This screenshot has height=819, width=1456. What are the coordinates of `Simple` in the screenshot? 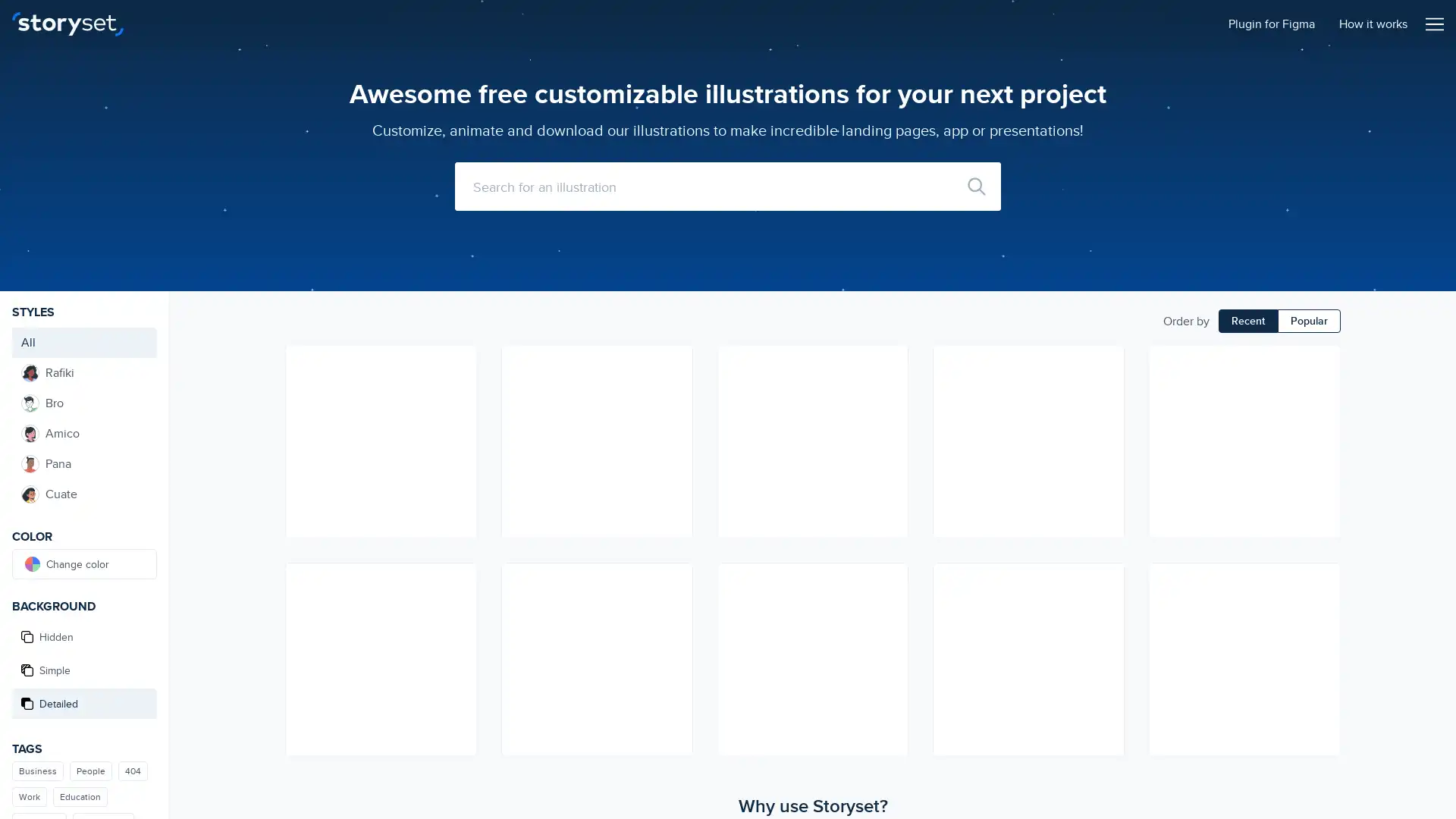 It's located at (83, 669).